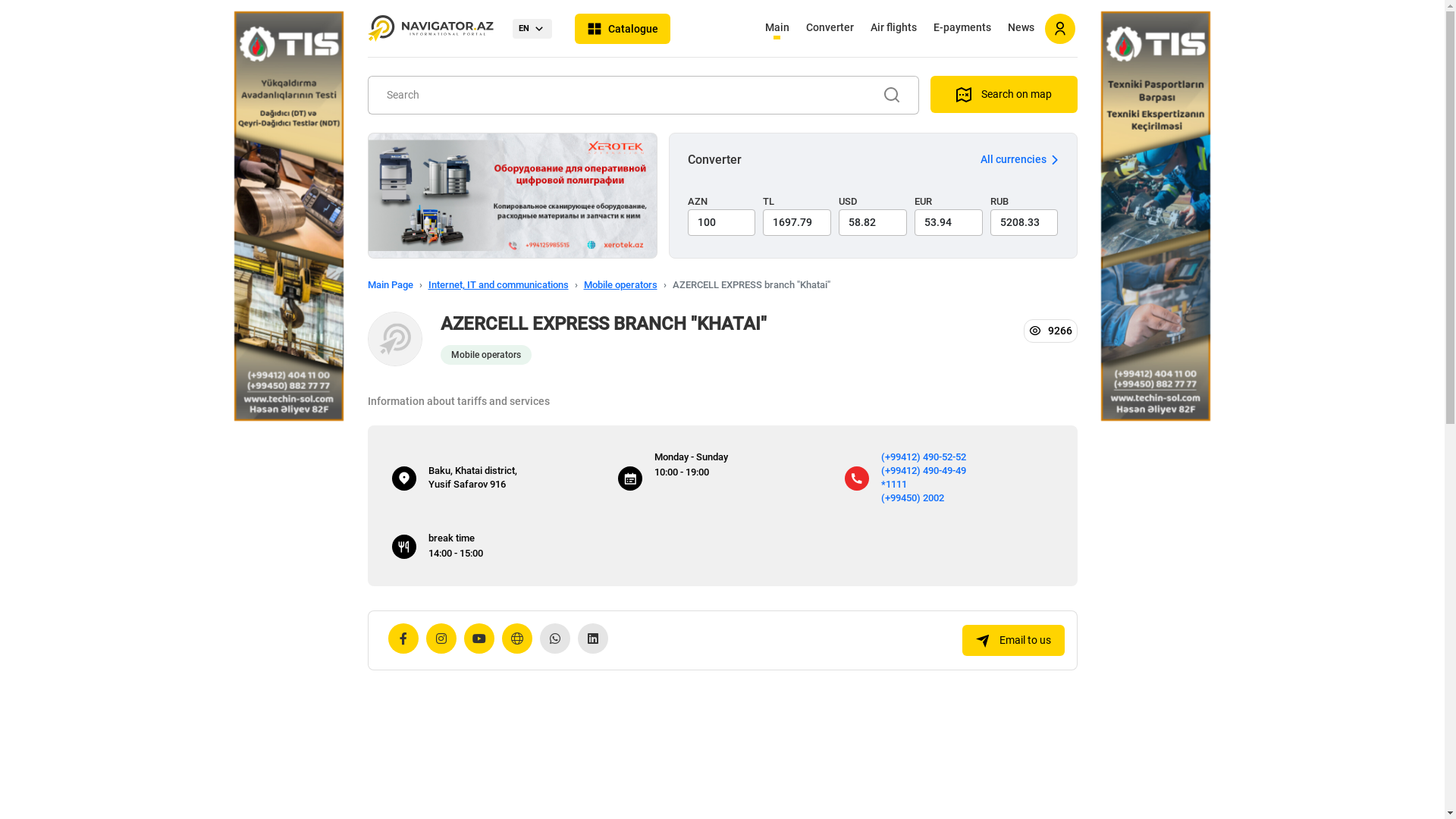 The width and height of the screenshot is (1456, 819). Describe the element at coordinates (427, 284) in the screenshot. I see `'Internet, IT and communications'` at that location.